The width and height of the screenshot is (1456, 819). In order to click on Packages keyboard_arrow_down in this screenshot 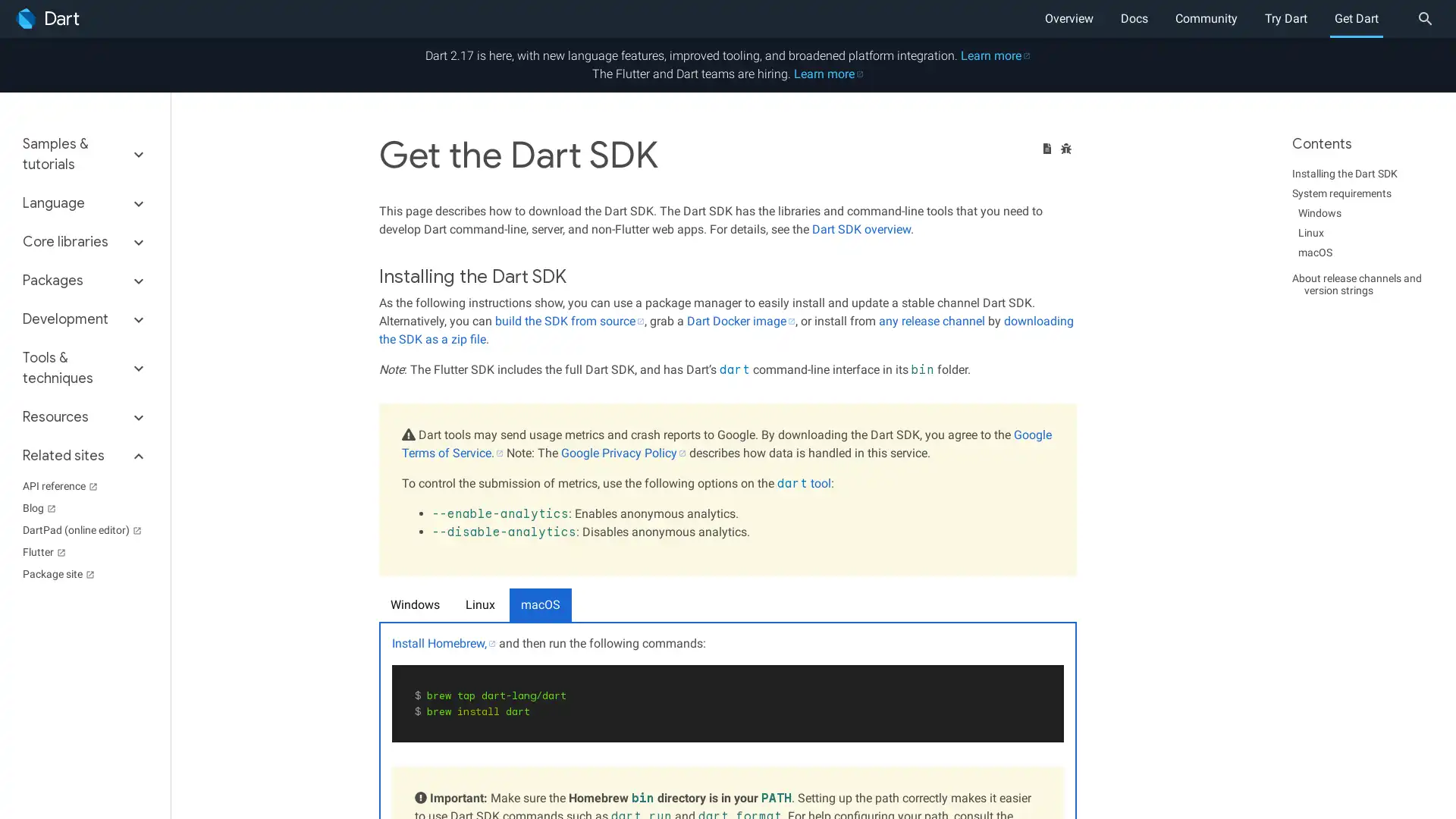, I will do `click(84, 281)`.